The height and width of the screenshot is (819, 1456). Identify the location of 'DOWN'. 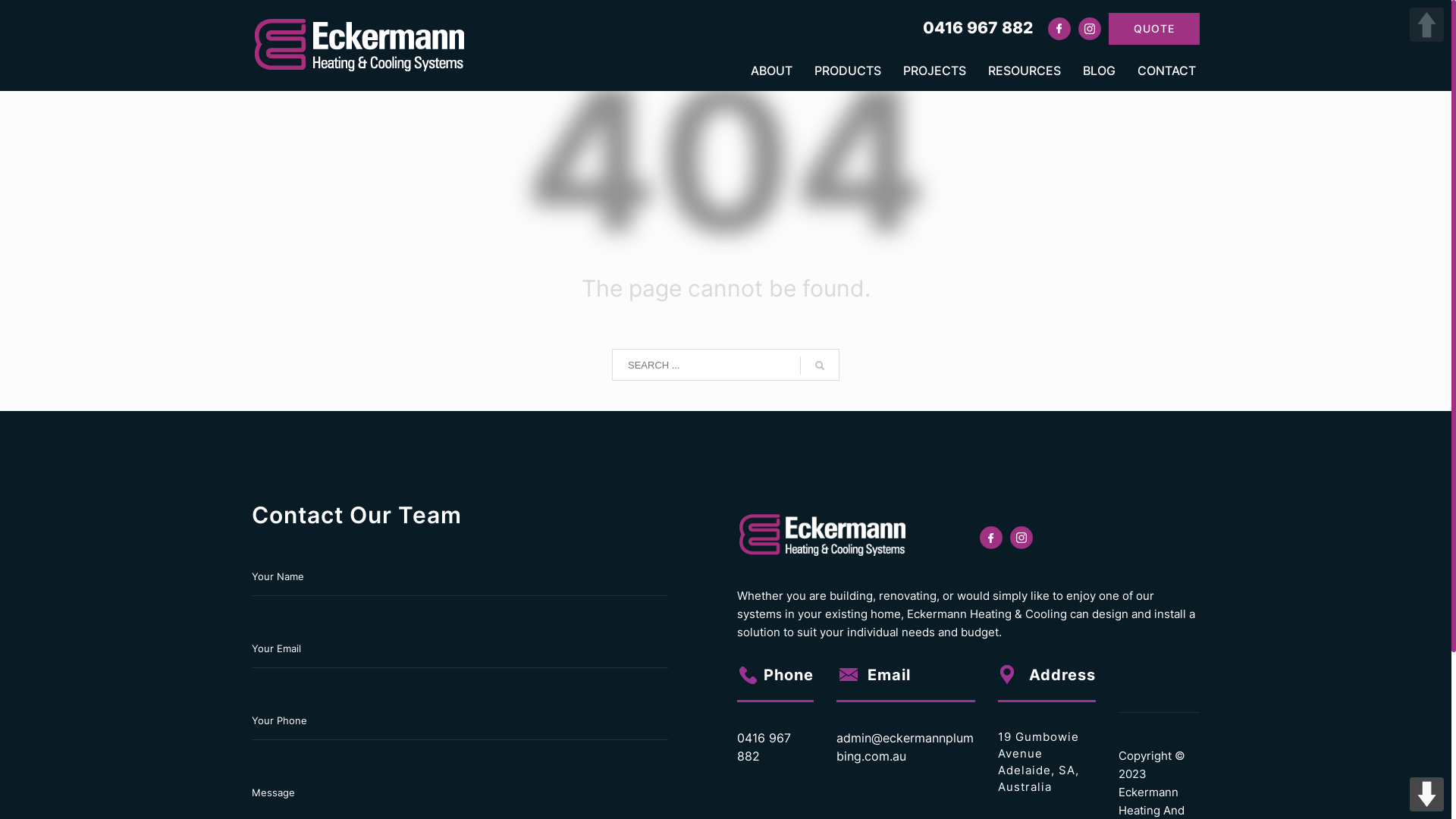
(1426, 793).